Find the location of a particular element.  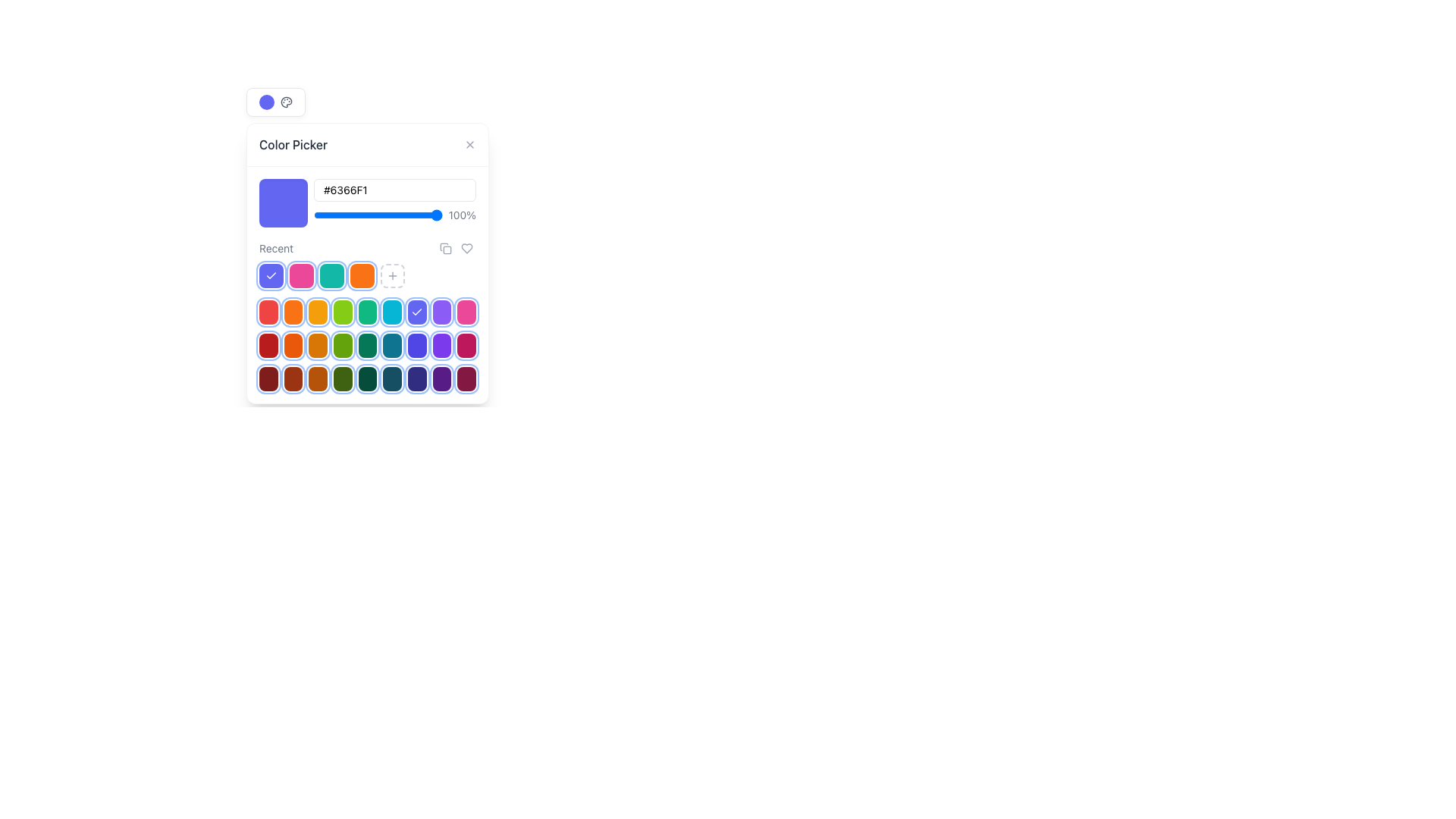

the slider is located at coordinates (432, 215).